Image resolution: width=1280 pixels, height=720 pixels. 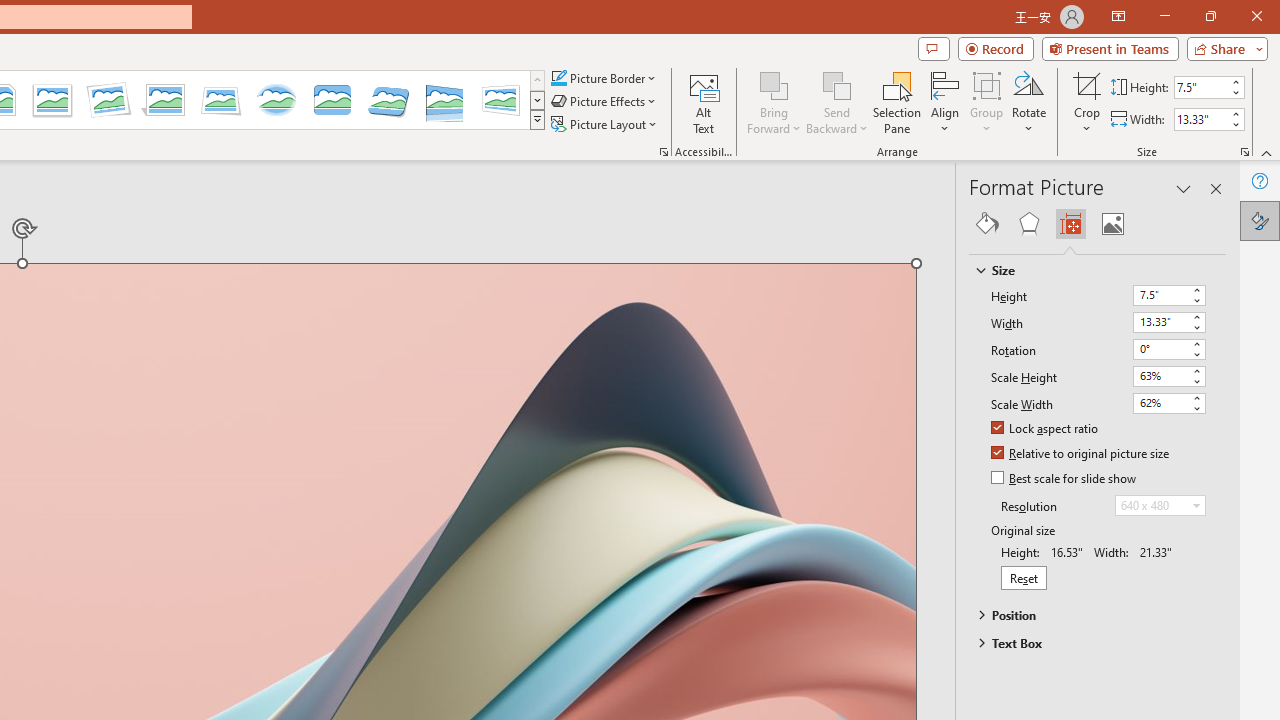 What do you see at coordinates (1117, 16) in the screenshot?
I see `'Ribbon Display Options'` at bounding box center [1117, 16].